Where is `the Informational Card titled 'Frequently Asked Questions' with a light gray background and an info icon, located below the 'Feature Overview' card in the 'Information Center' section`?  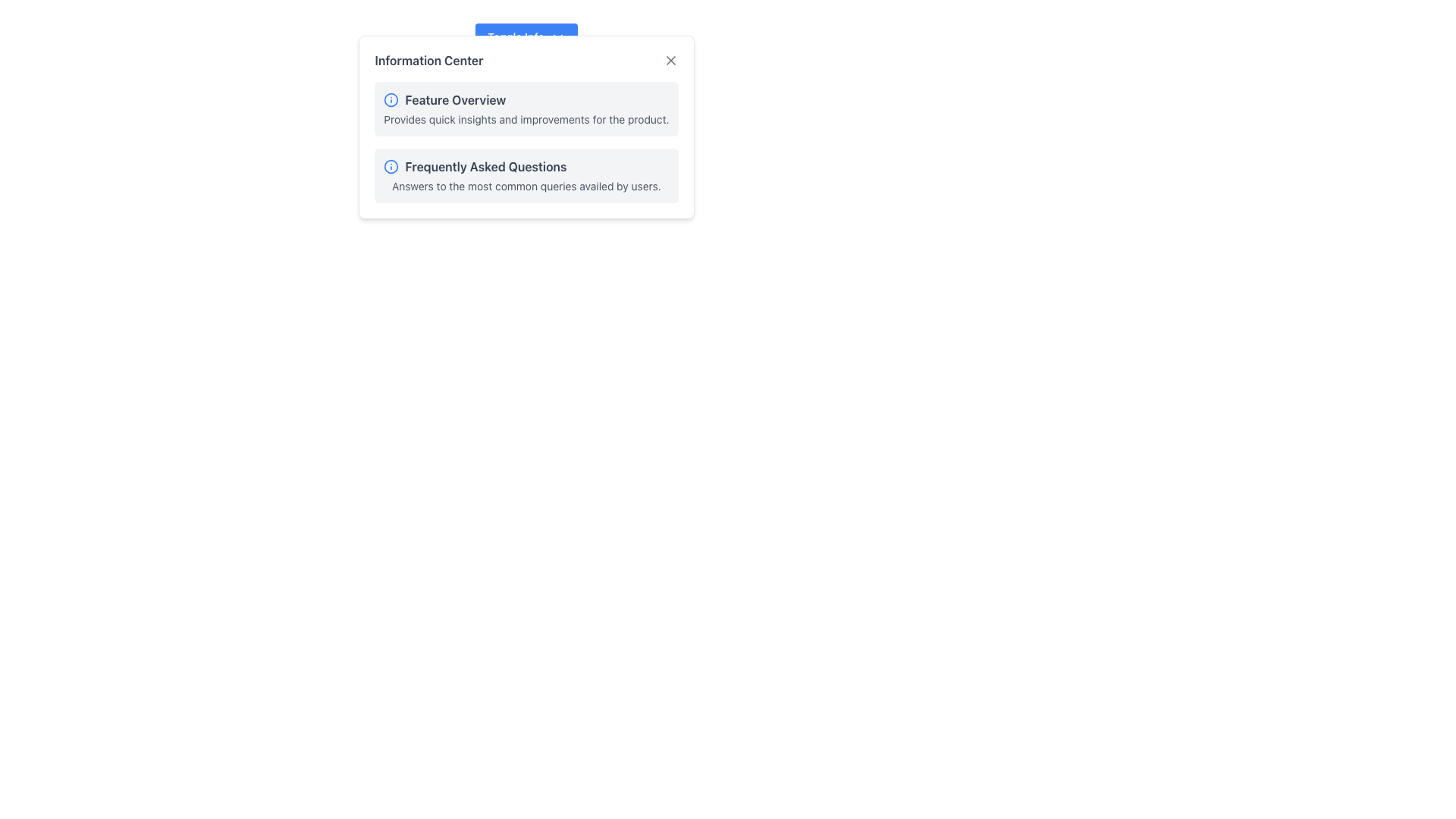 the Informational Card titled 'Frequently Asked Questions' with a light gray background and an info icon, located below the 'Feature Overview' card in the 'Information Center' section is located at coordinates (526, 174).